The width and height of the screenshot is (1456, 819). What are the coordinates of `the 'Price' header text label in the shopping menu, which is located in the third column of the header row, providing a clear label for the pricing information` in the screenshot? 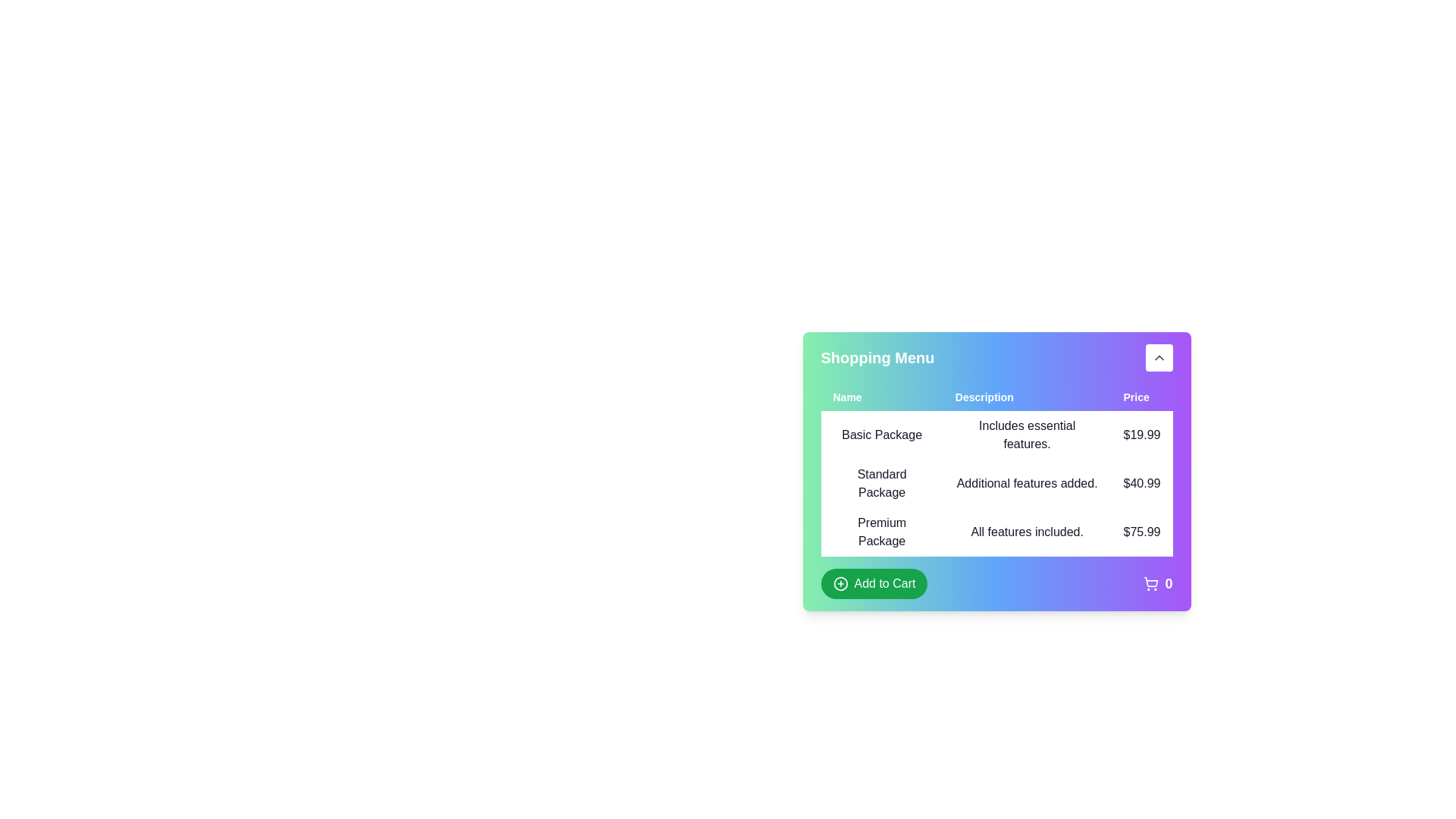 It's located at (1142, 397).